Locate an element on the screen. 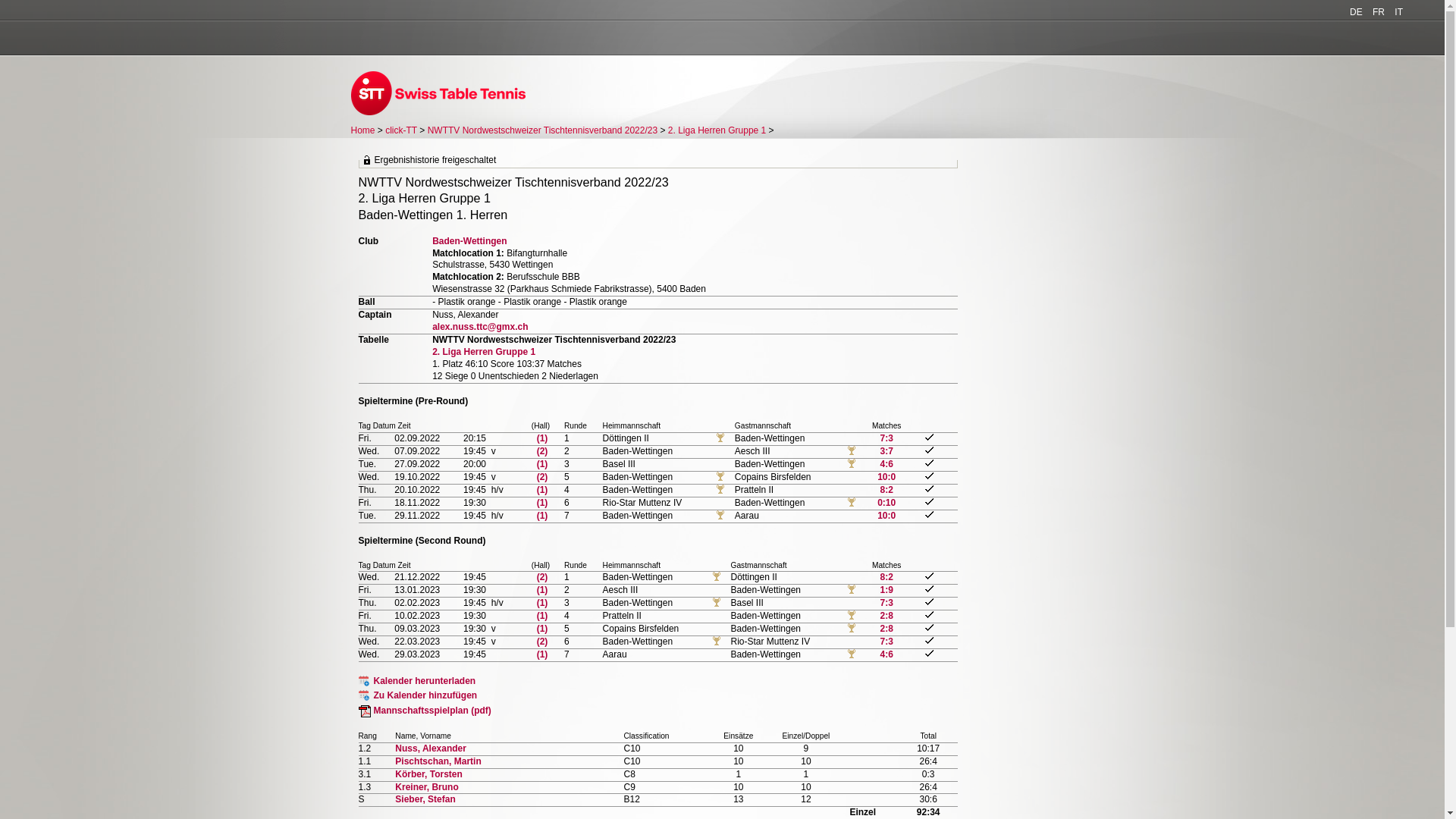 The width and height of the screenshot is (1456, 819). 'Sieber, Stefan' is located at coordinates (425, 798).